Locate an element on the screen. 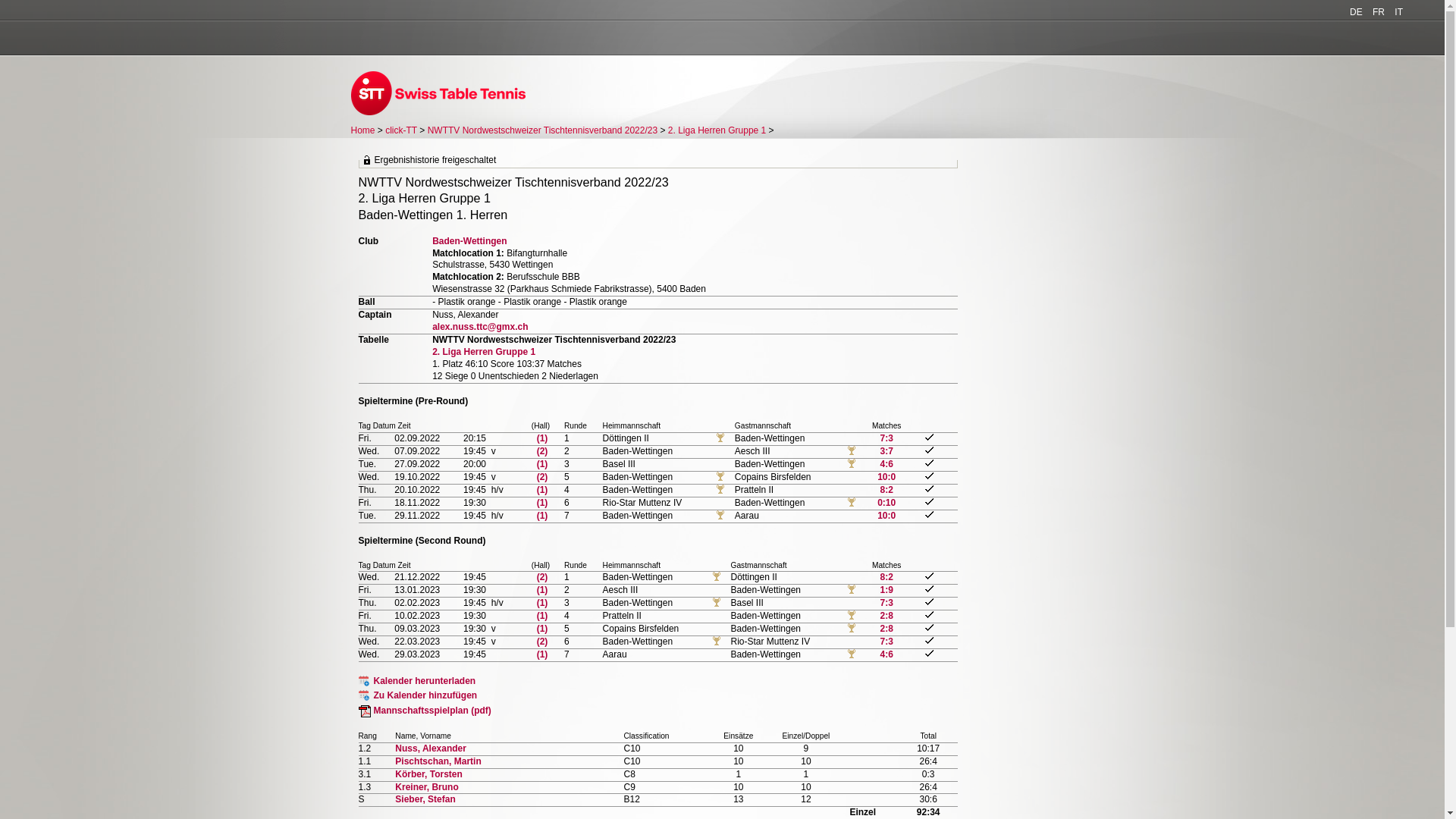 The width and height of the screenshot is (1456, 819). 'Sieber, Stefan' is located at coordinates (425, 798).